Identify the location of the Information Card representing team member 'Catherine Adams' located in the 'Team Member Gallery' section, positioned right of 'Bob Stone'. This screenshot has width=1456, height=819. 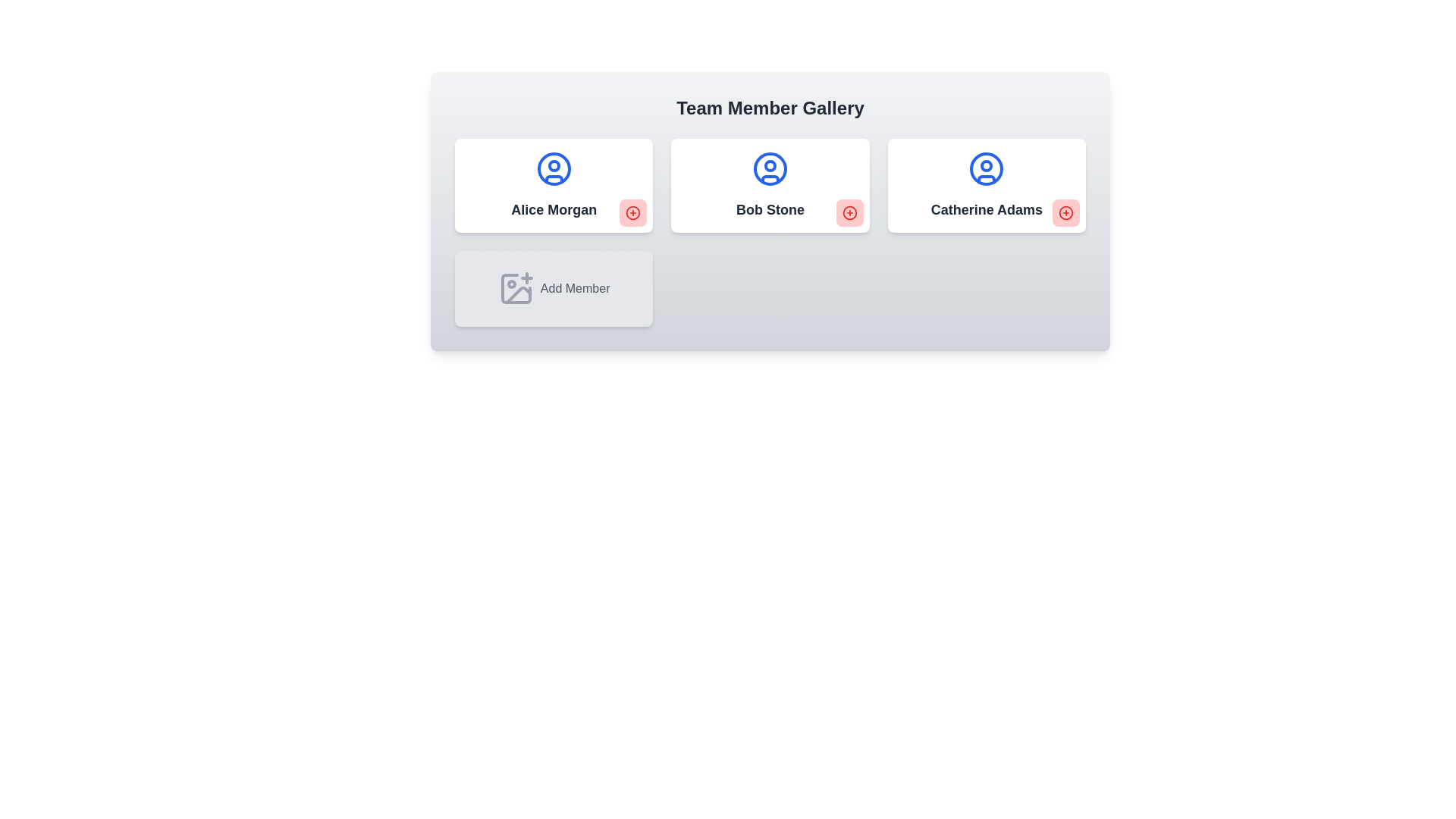
(986, 185).